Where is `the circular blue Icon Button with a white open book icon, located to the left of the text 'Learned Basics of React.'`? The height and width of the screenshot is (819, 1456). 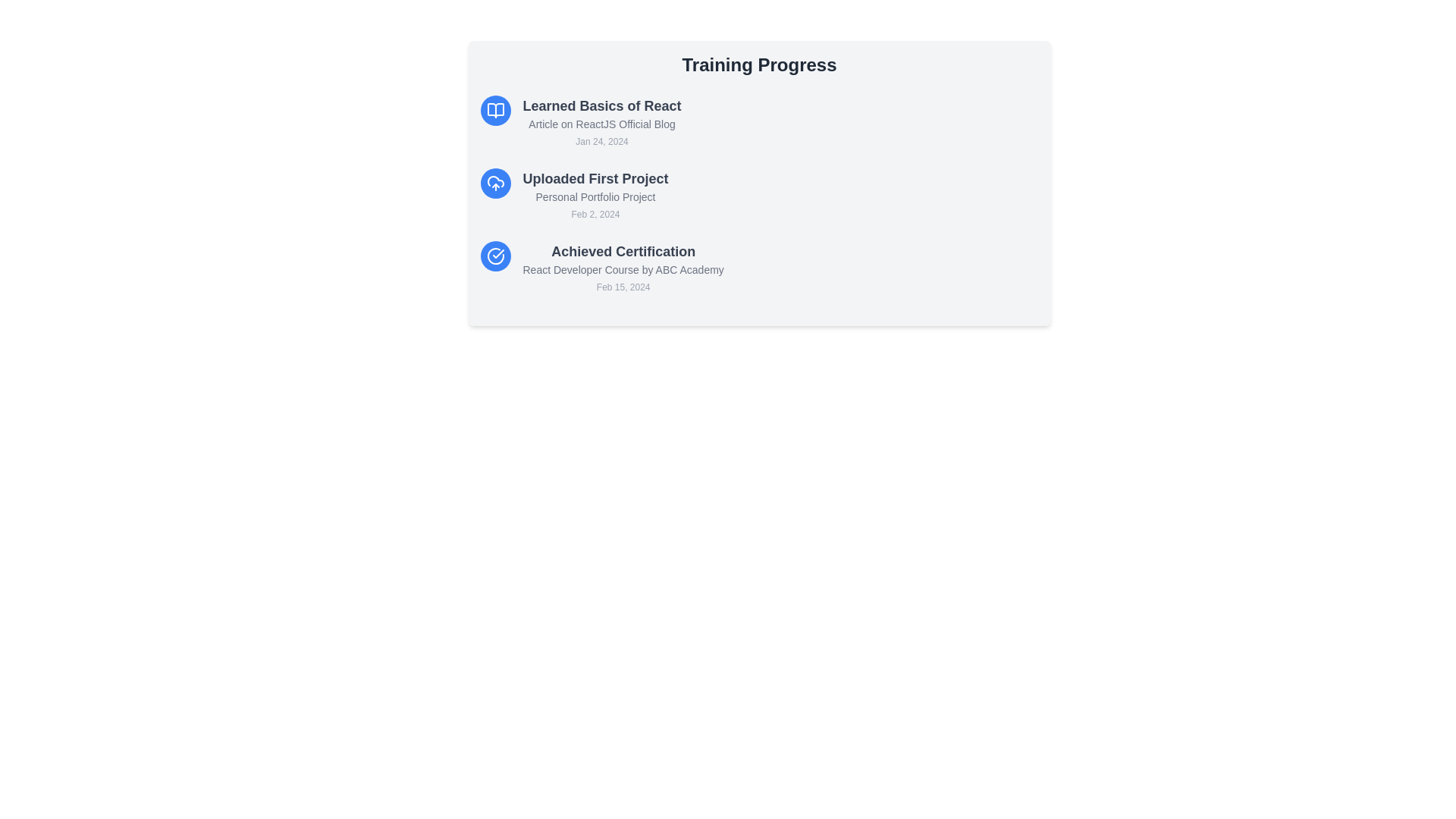
the circular blue Icon Button with a white open book icon, located to the left of the text 'Learned Basics of React.' is located at coordinates (495, 110).